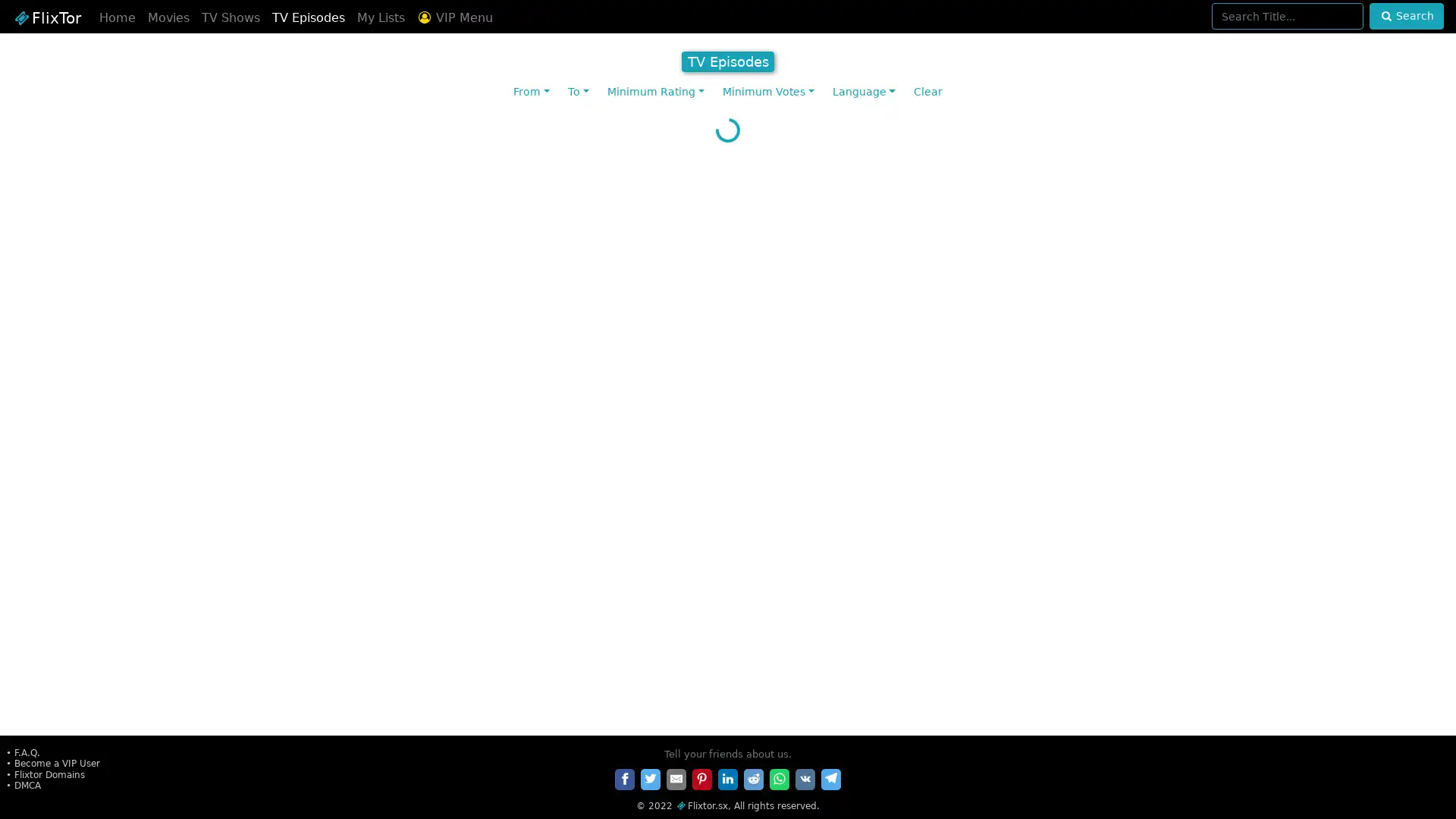 This screenshot has width=1456, height=819. Describe the element at coordinates (641, 523) in the screenshot. I see `Watch Now` at that location.